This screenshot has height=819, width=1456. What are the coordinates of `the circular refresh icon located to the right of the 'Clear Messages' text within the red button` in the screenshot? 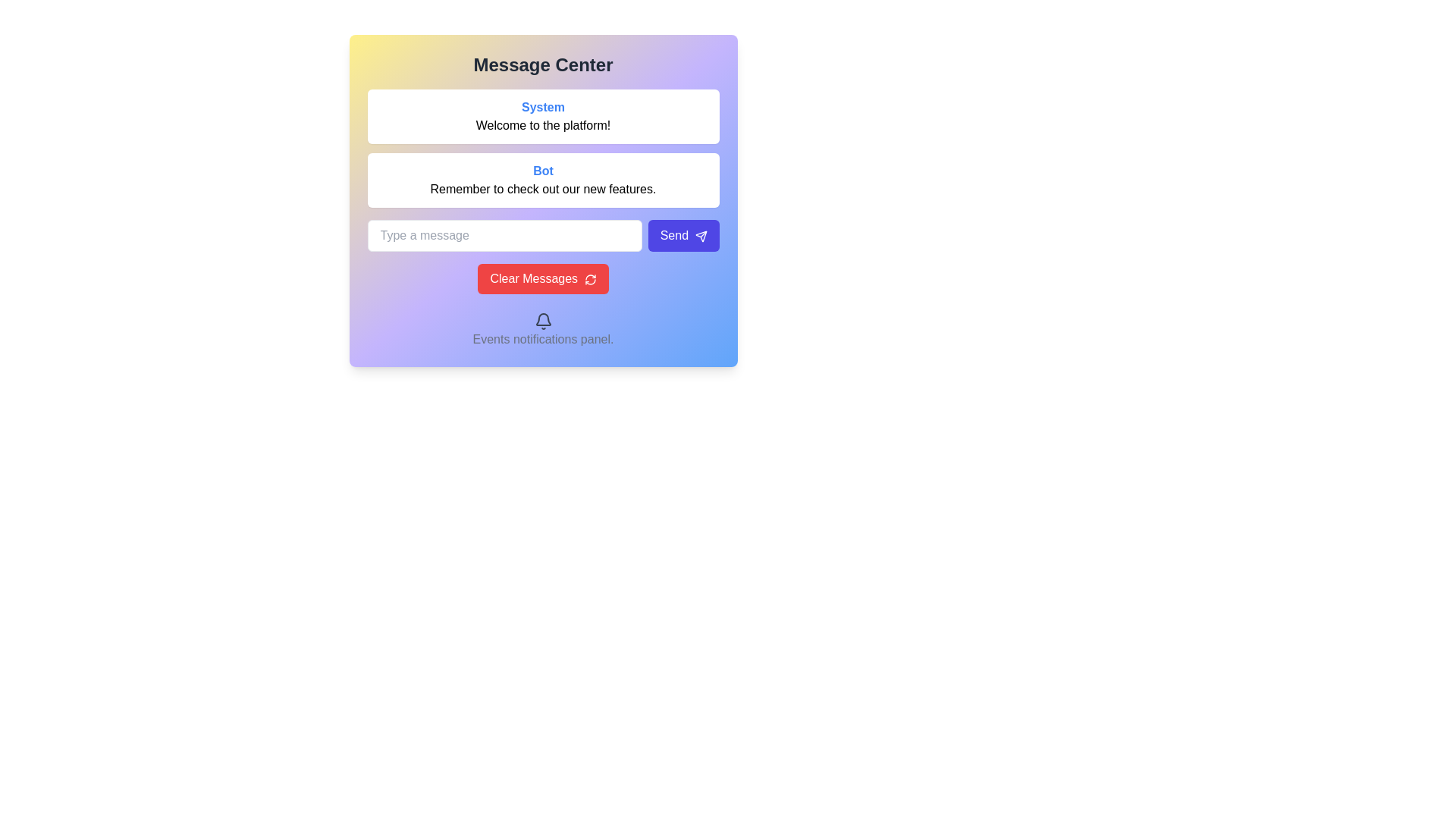 It's located at (589, 279).